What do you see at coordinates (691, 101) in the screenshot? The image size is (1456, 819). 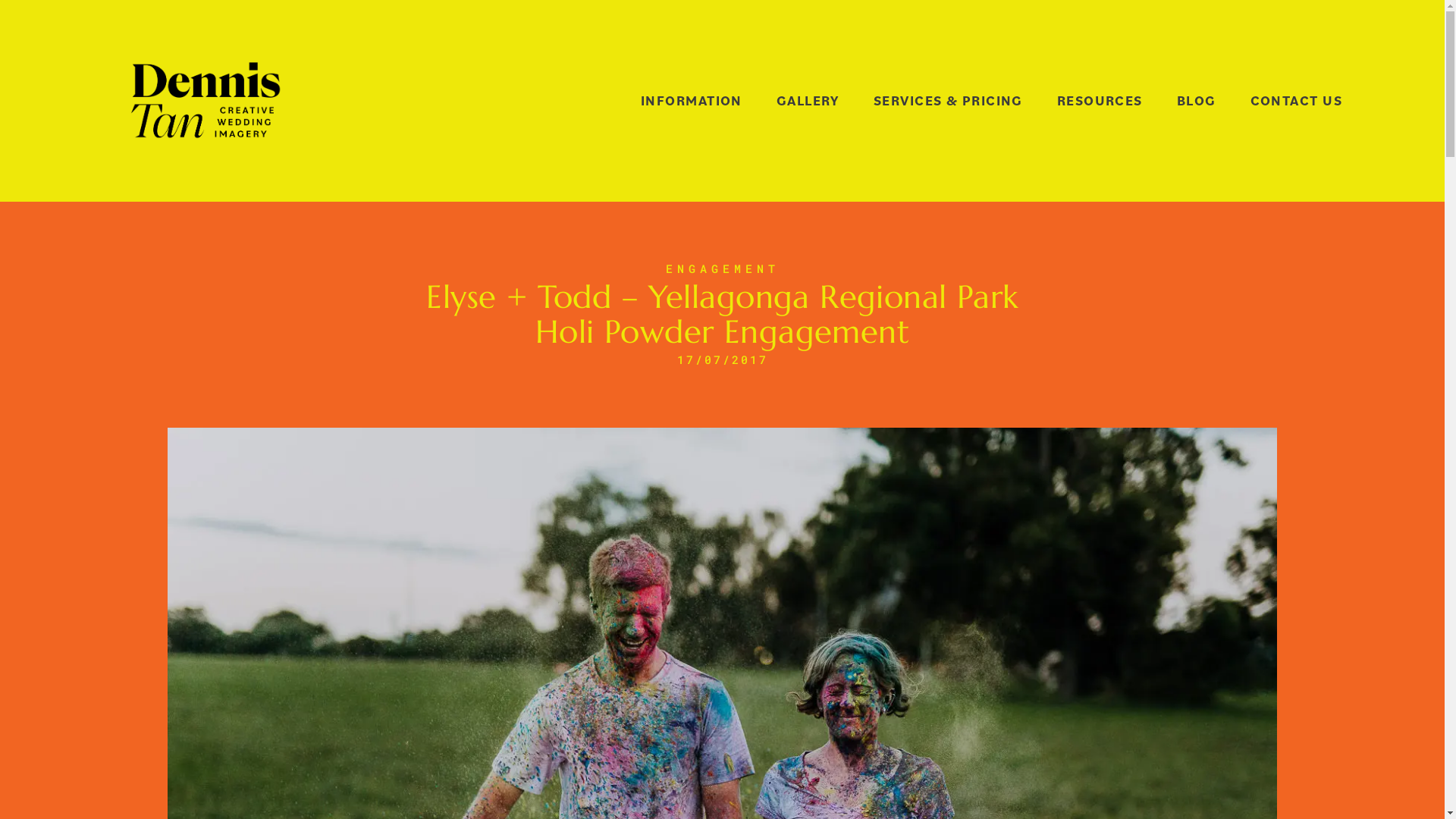 I see `'INFORMATION'` at bounding box center [691, 101].